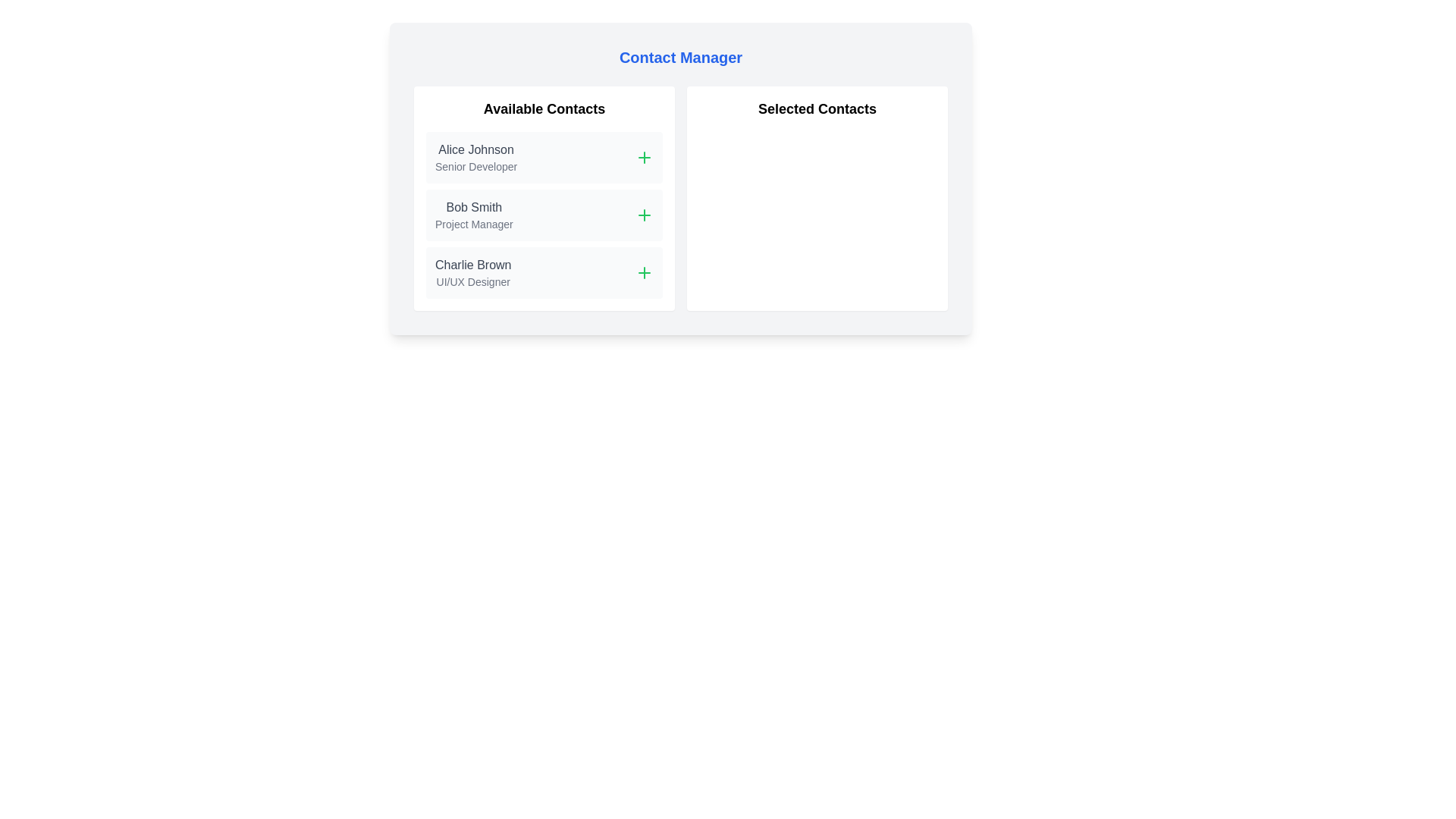 This screenshot has height=819, width=1456. I want to click on the contact selection item for 'Bob Smith, Project Manager' in the 'Available Contacts' section, so click(544, 215).